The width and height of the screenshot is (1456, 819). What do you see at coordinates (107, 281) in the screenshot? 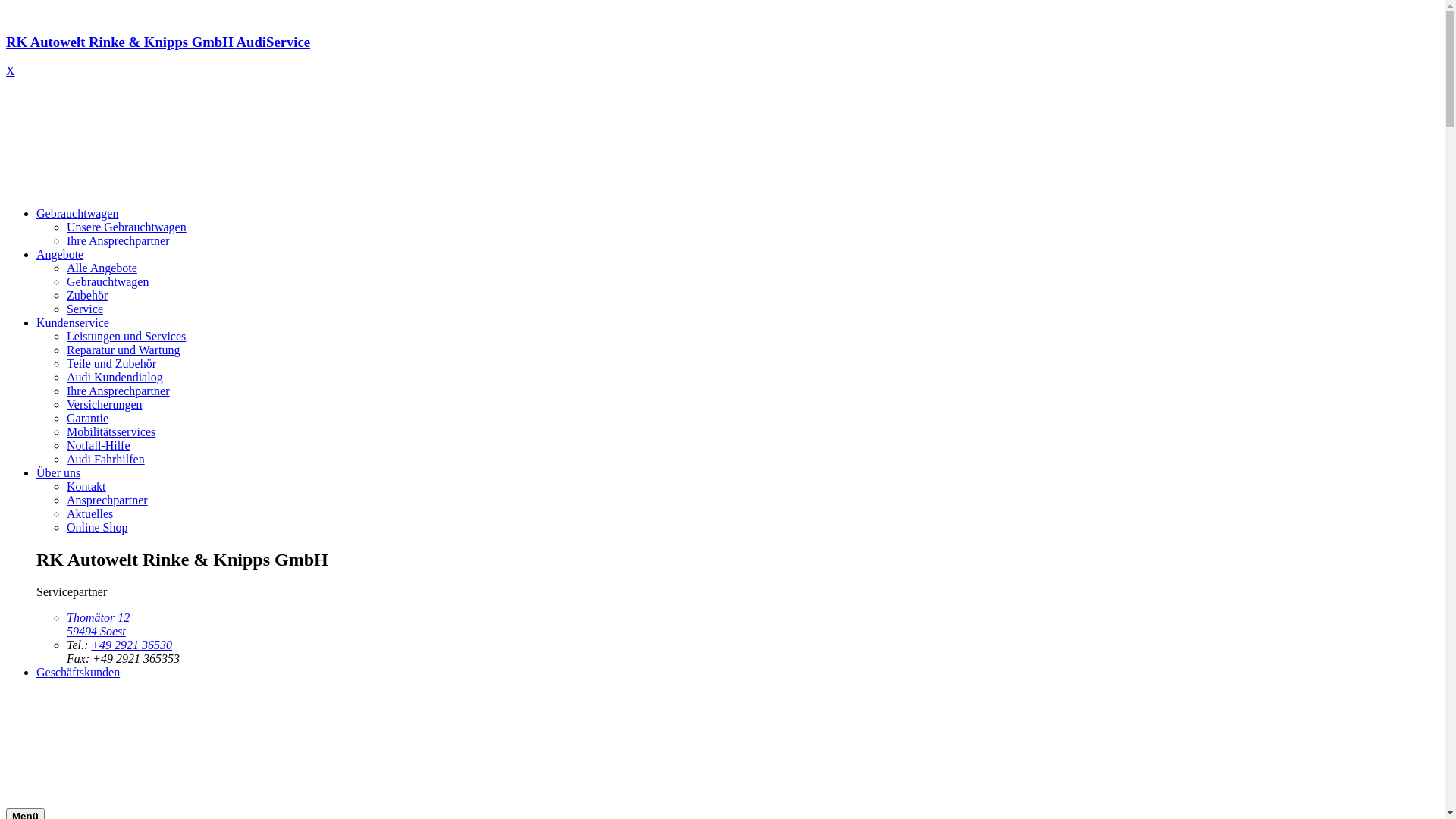
I see `'Gebrauchtwagen'` at bounding box center [107, 281].